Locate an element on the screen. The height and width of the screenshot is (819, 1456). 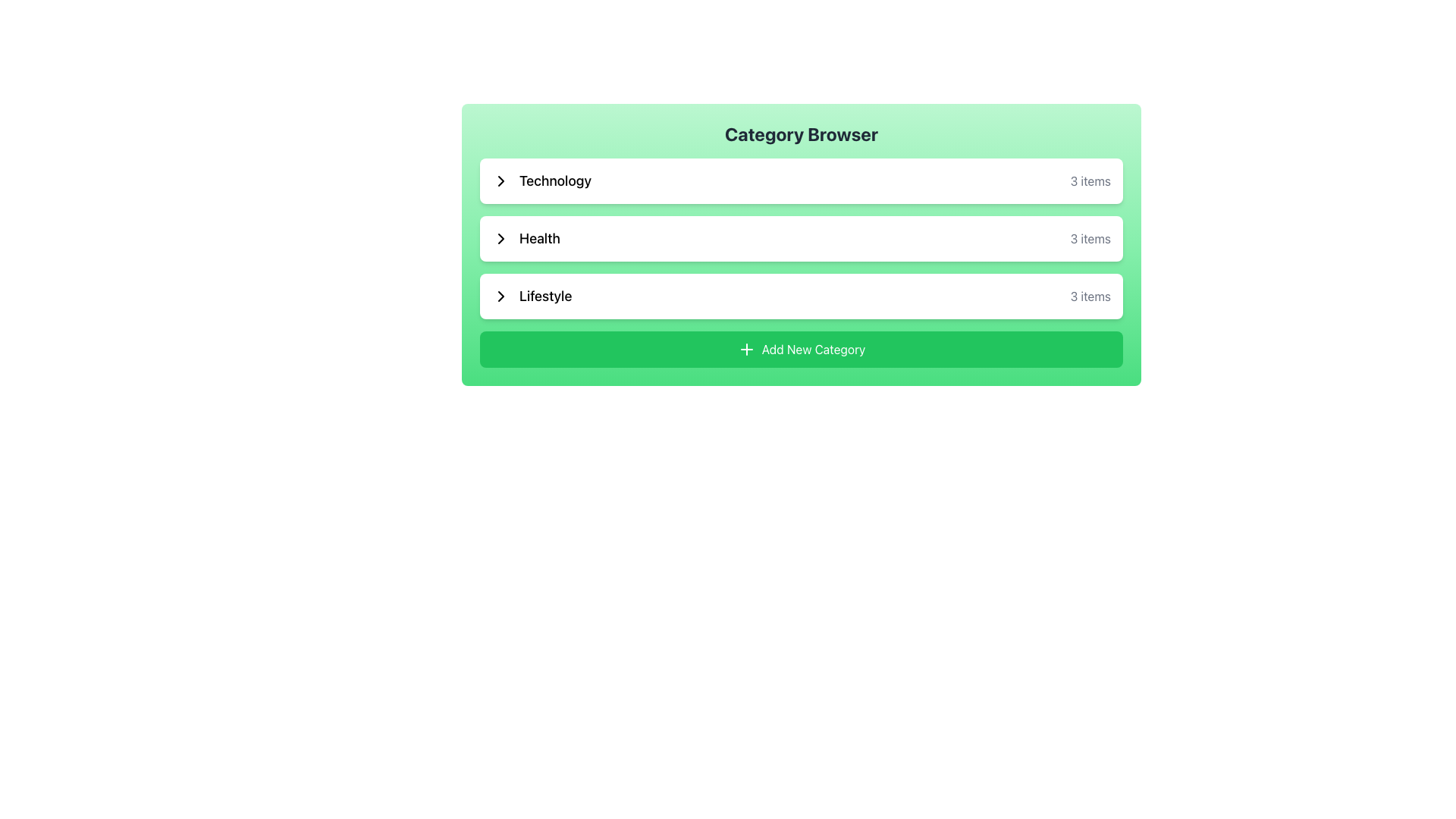
text label element that displays '3 items', located on the right side of the 'Health' row is located at coordinates (1090, 239).